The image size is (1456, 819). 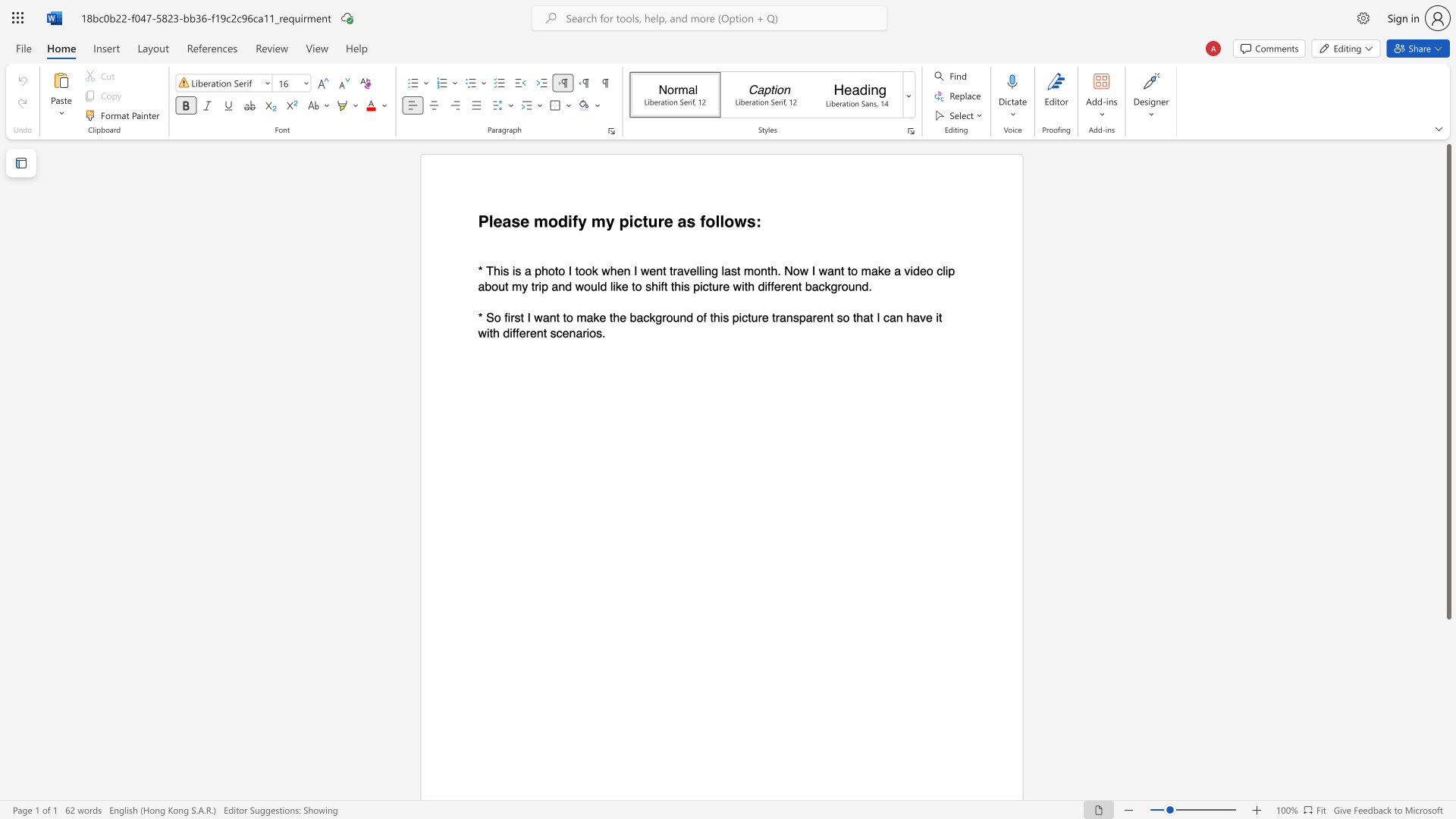 What do you see at coordinates (886, 316) in the screenshot?
I see `the 3th character "c" in the text` at bounding box center [886, 316].